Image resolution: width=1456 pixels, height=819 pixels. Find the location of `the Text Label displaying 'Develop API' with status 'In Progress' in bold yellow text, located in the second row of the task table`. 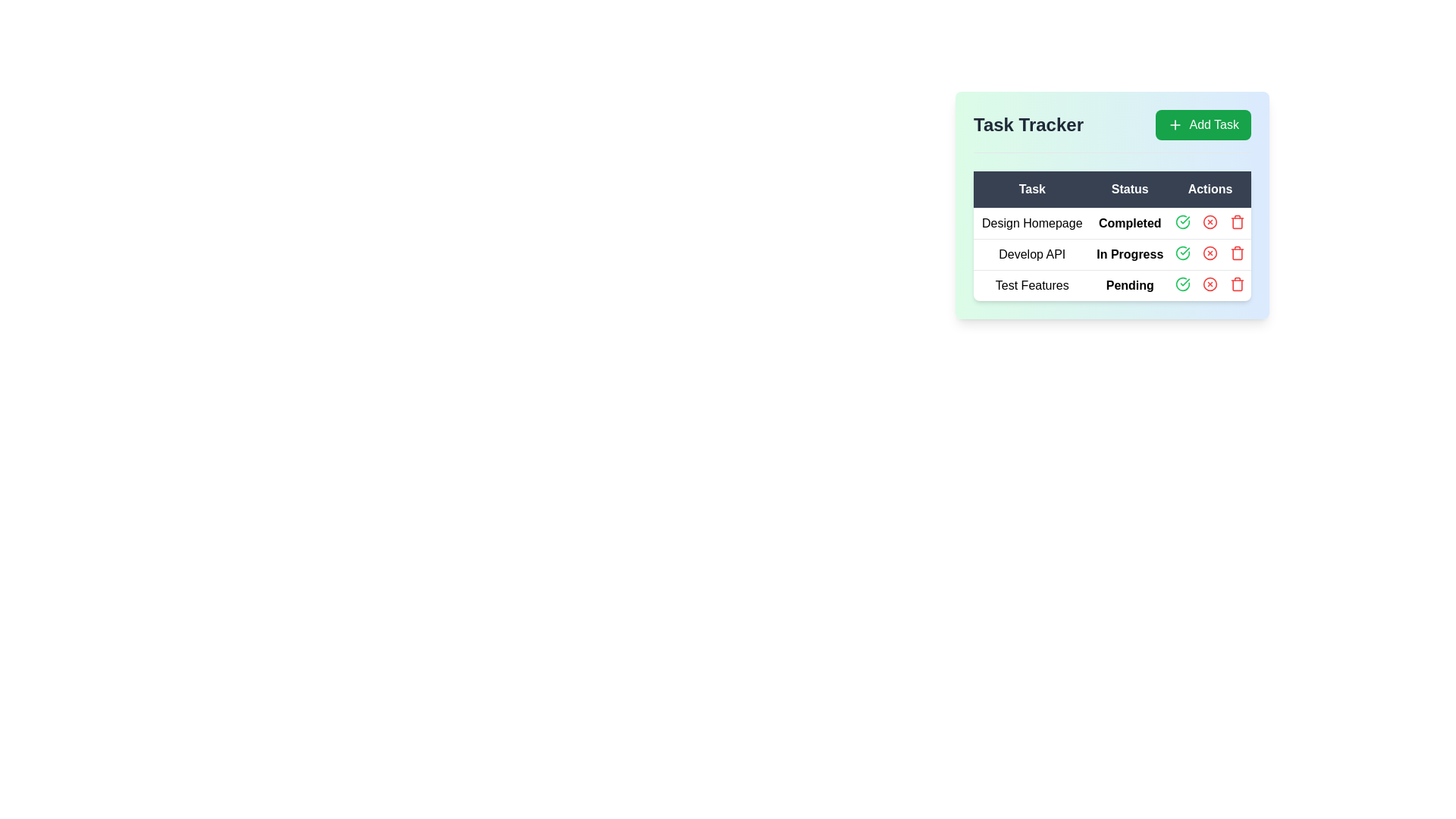

the Text Label displaying 'Develop API' with status 'In Progress' in bold yellow text, located in the second row of the task table is located at coordinates (1112, 253).